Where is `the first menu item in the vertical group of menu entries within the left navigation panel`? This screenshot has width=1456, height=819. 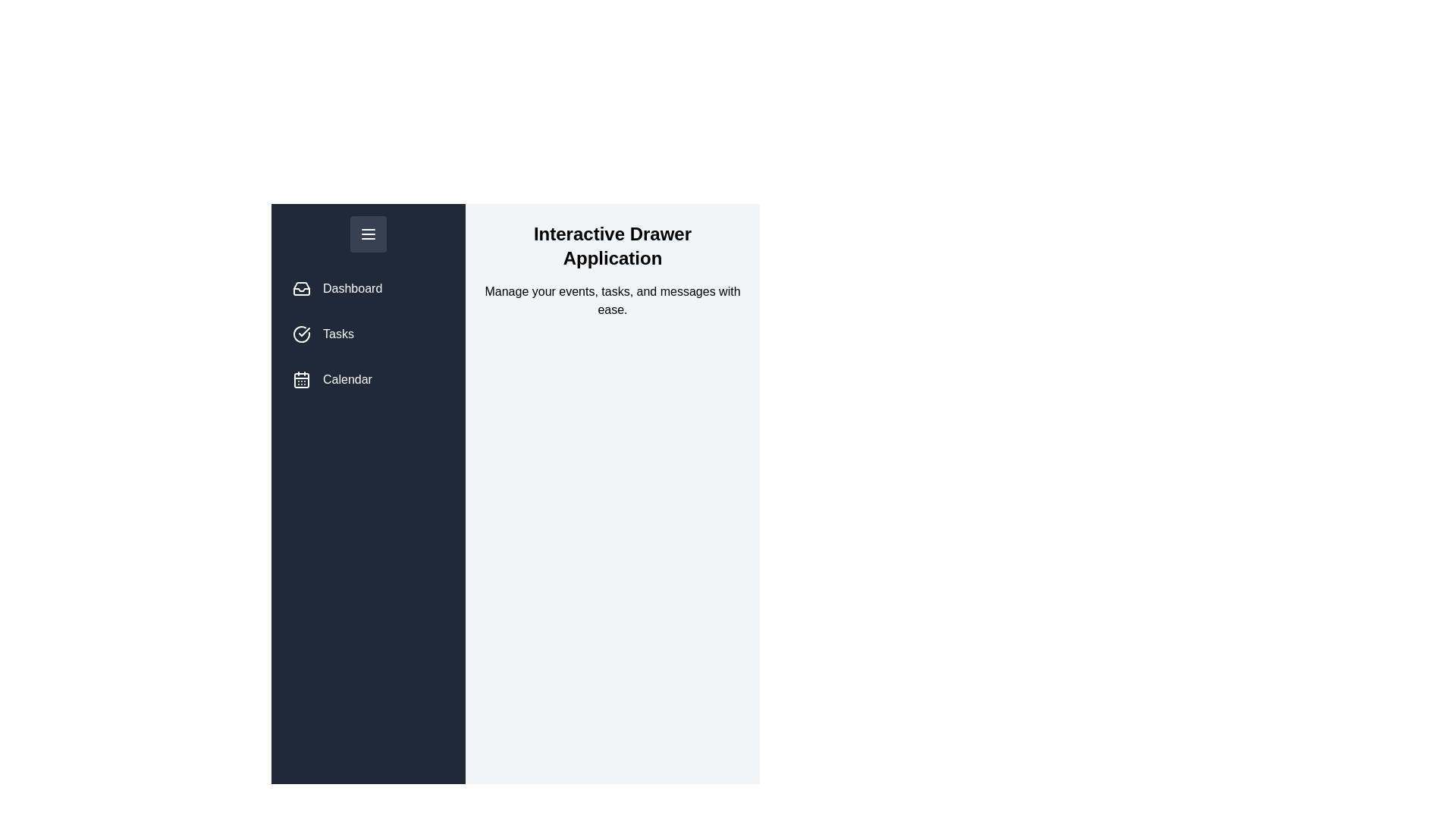 the first menu item in the vertical group of menu entries within the left navigation panel is located at coordinates (368, 289).